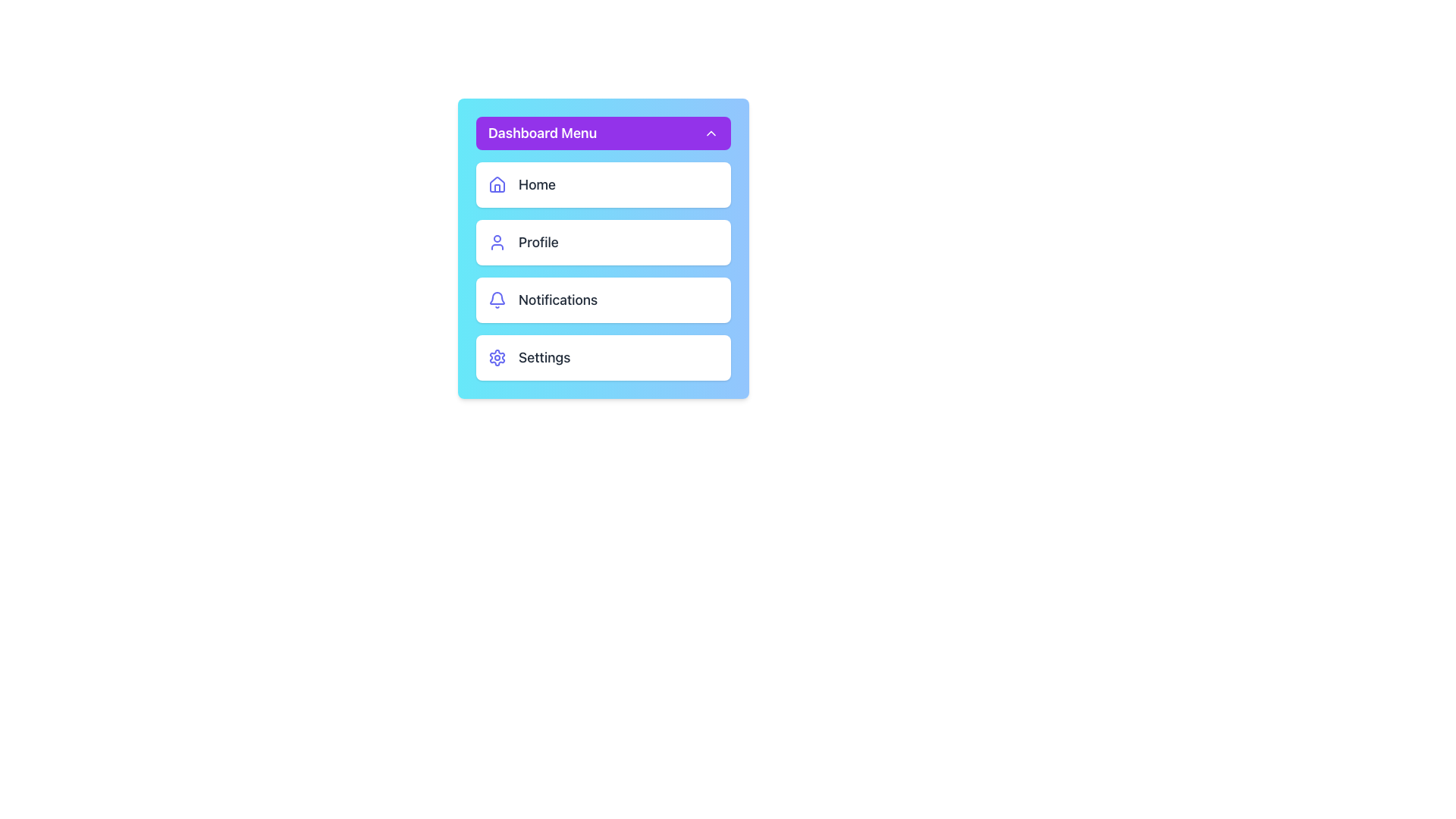  Describe the element at coordinates (603, 357) in the screenshot. I see `the fourth button in the 'Dashboard Menu'` at that location.